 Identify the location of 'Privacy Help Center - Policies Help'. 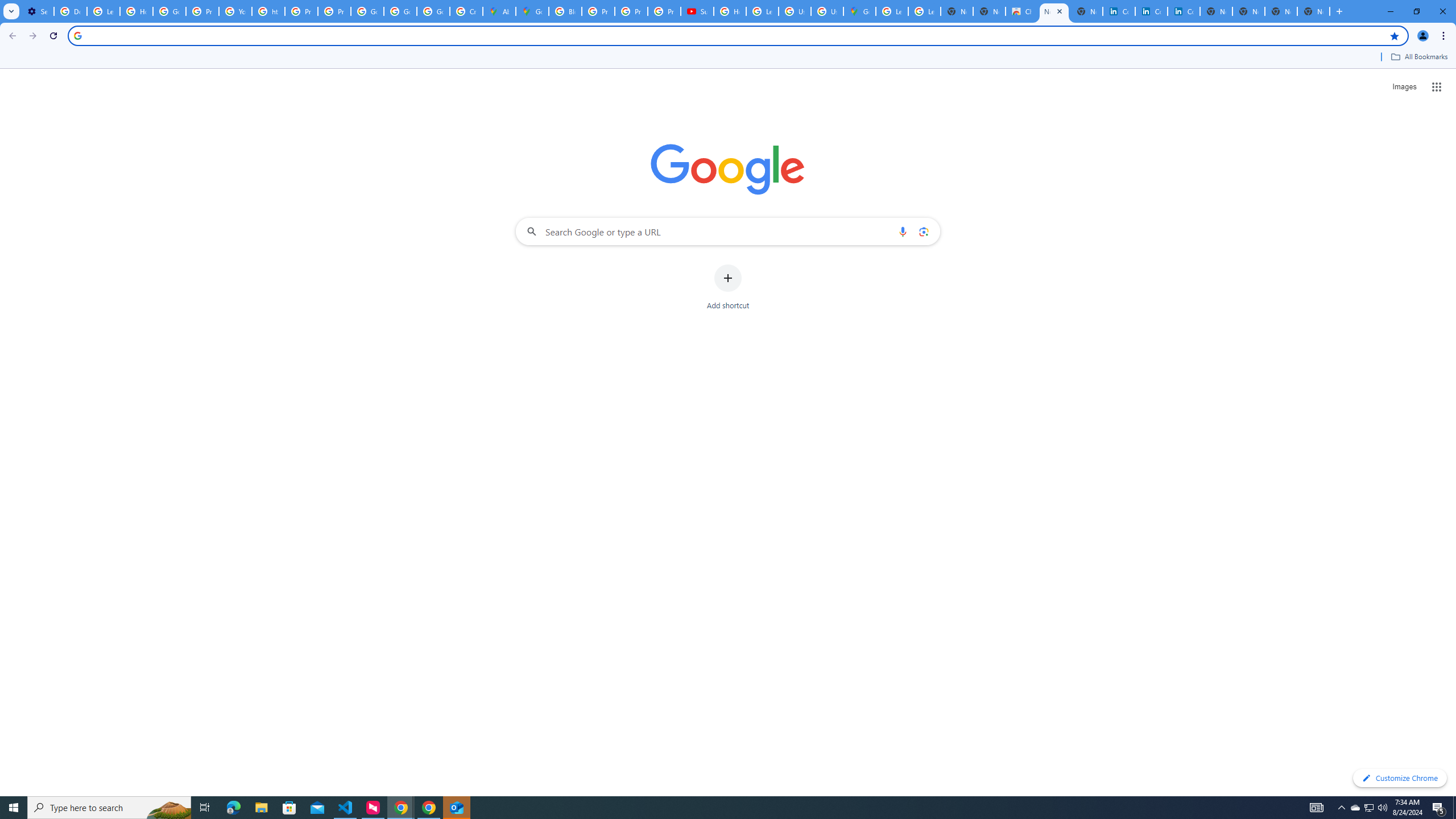
(301, 11).